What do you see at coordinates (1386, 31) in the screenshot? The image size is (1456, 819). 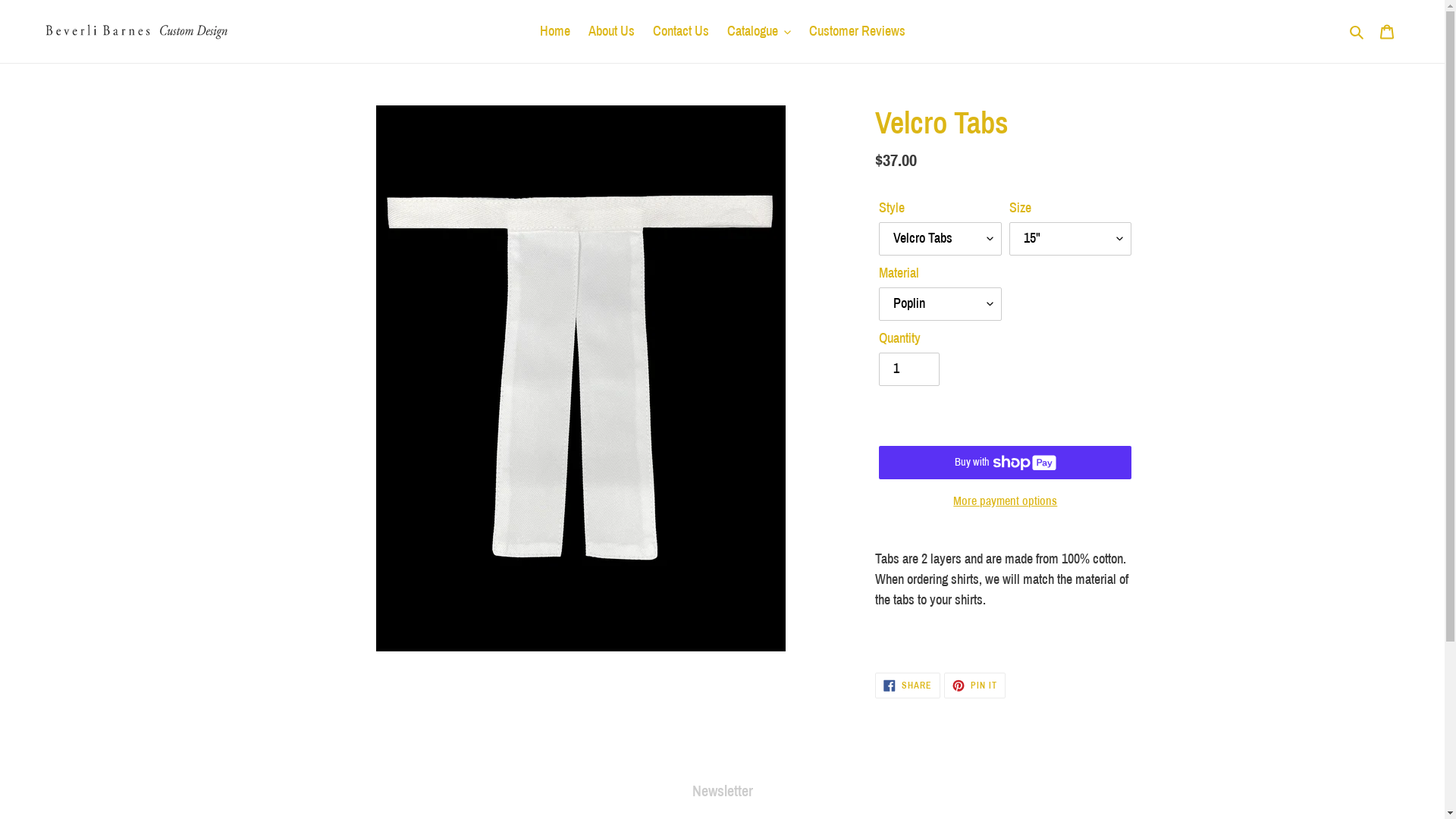 I see `'Cart'` at bounding box center [1386, 31].